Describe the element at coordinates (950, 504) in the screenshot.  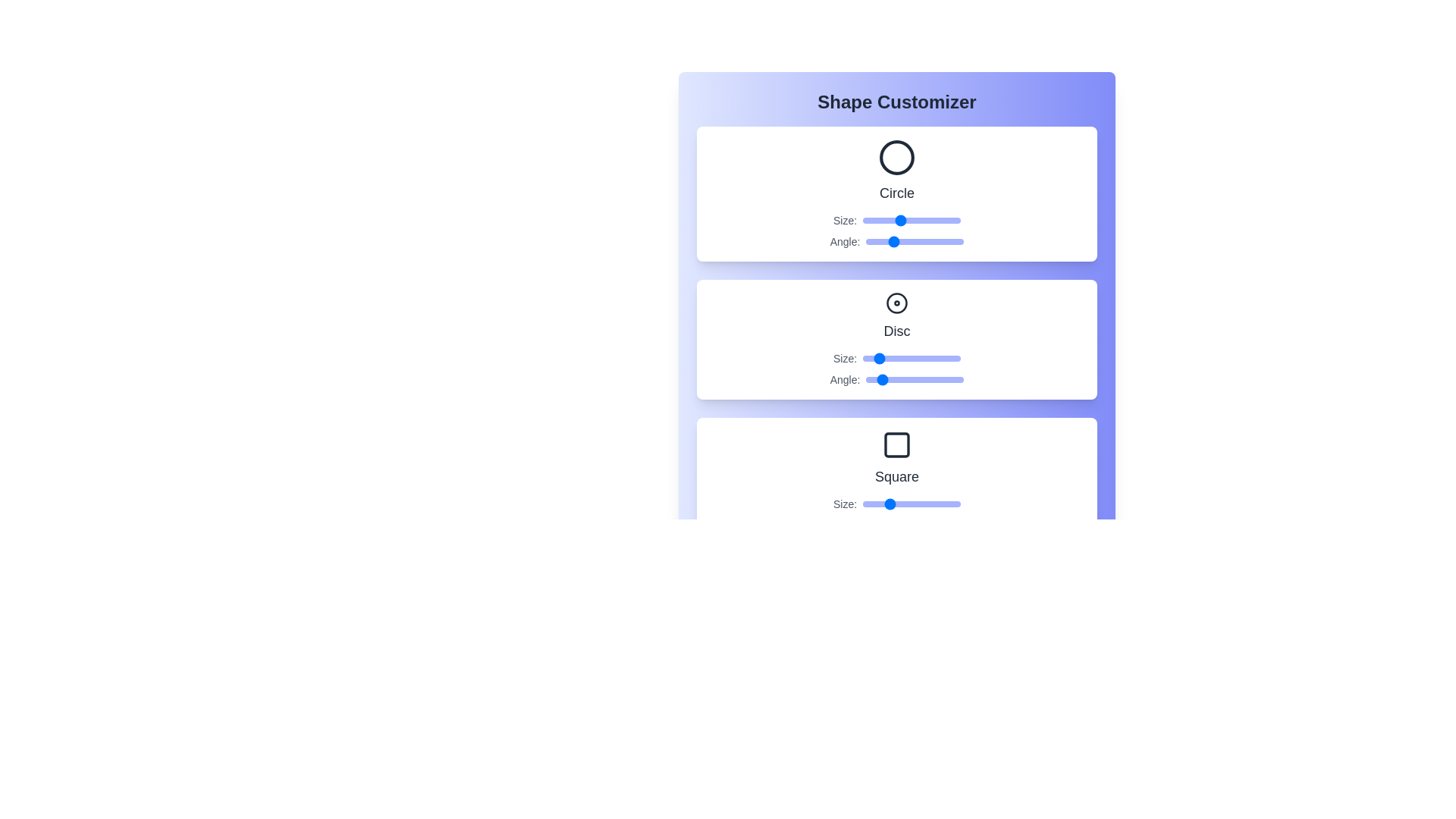
I see `the size slider of the Square shape to 92` at that location.